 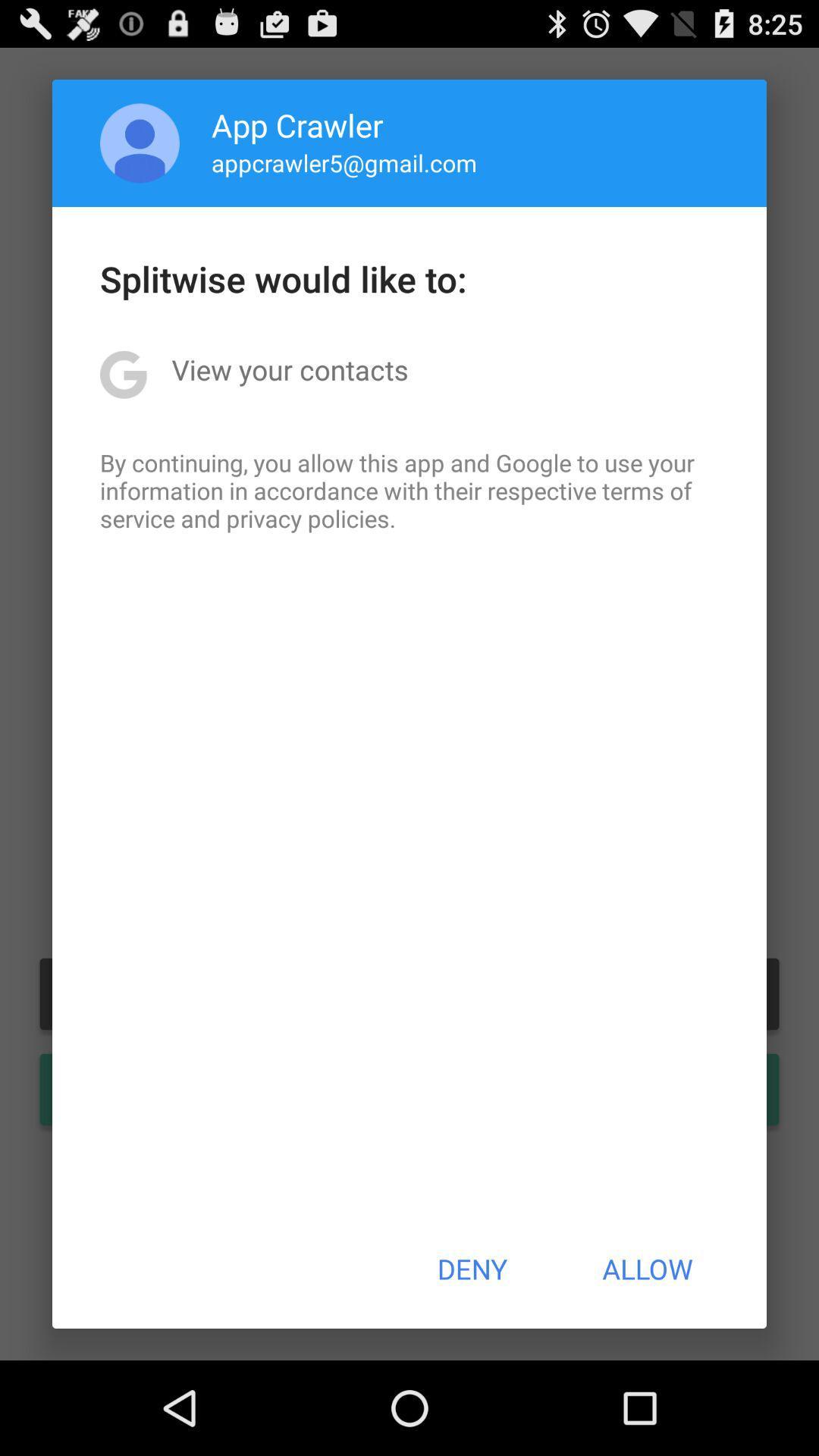 I want to click on icon below the by continuing you, so click(x=471, y=1269).